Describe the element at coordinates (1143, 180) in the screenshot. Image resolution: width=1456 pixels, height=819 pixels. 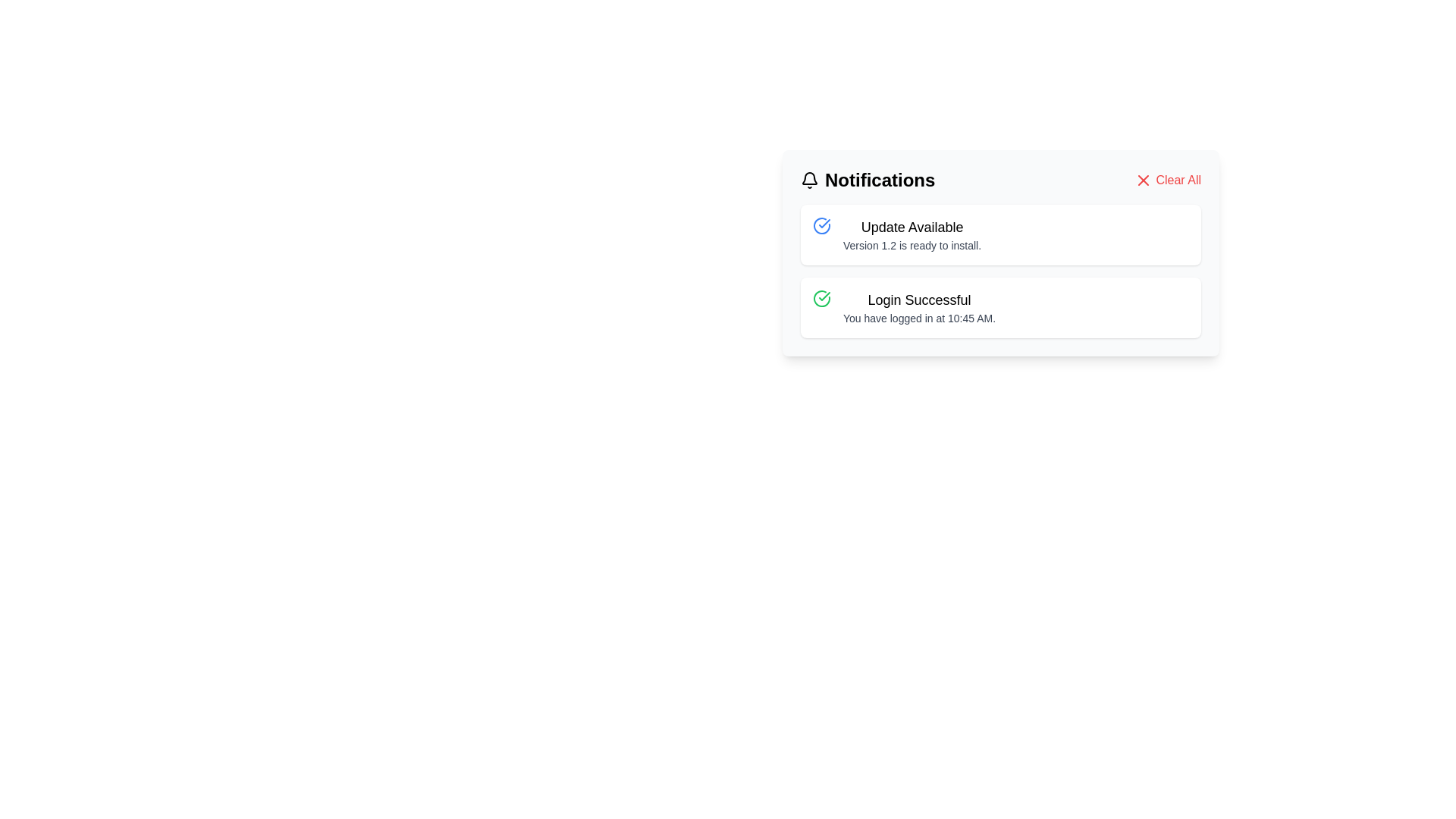
I see `the 'X' icon in the top-right corner of the notification card` at that location.